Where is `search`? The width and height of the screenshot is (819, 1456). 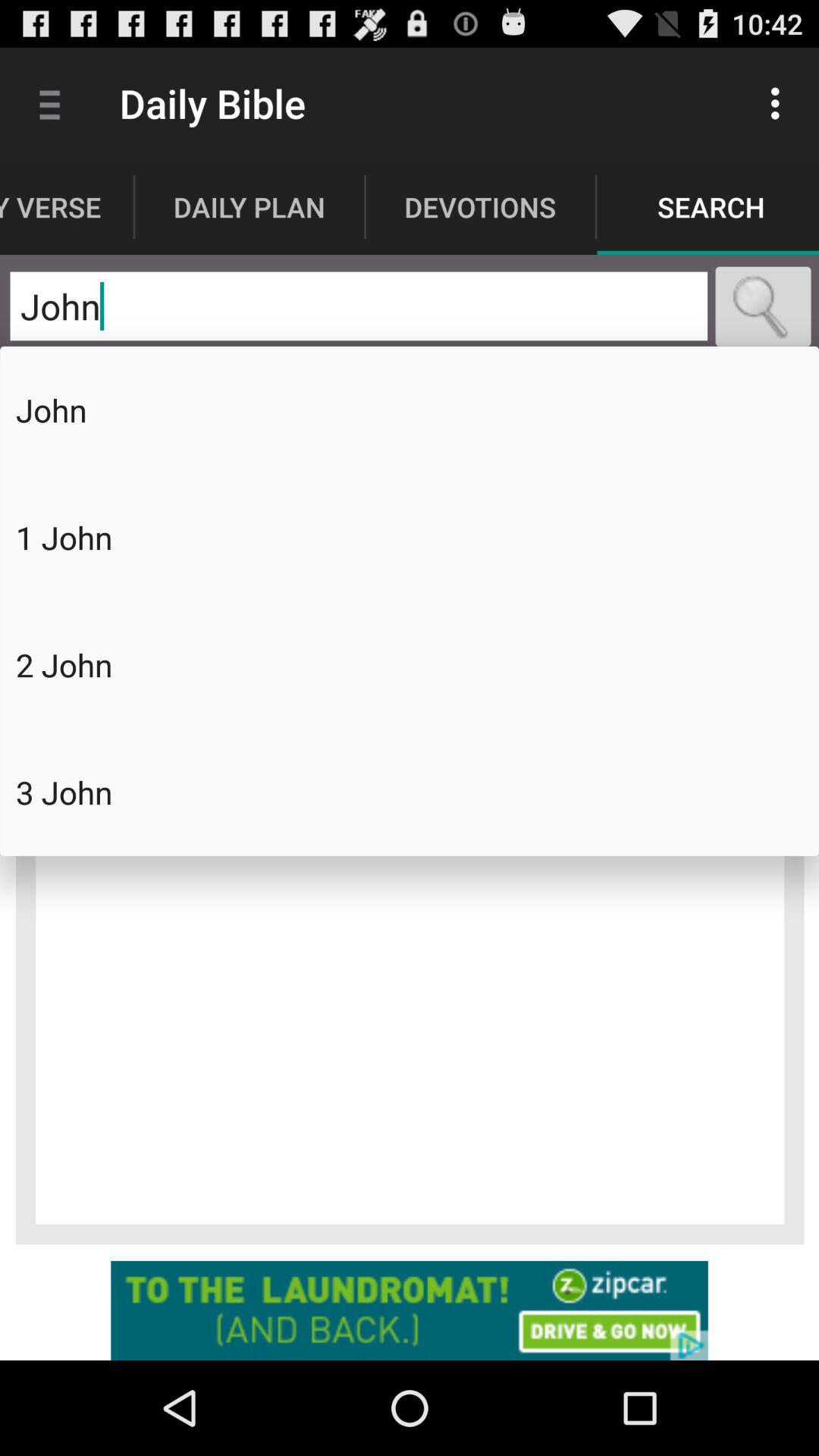 search is located at coordinates (763, 306).